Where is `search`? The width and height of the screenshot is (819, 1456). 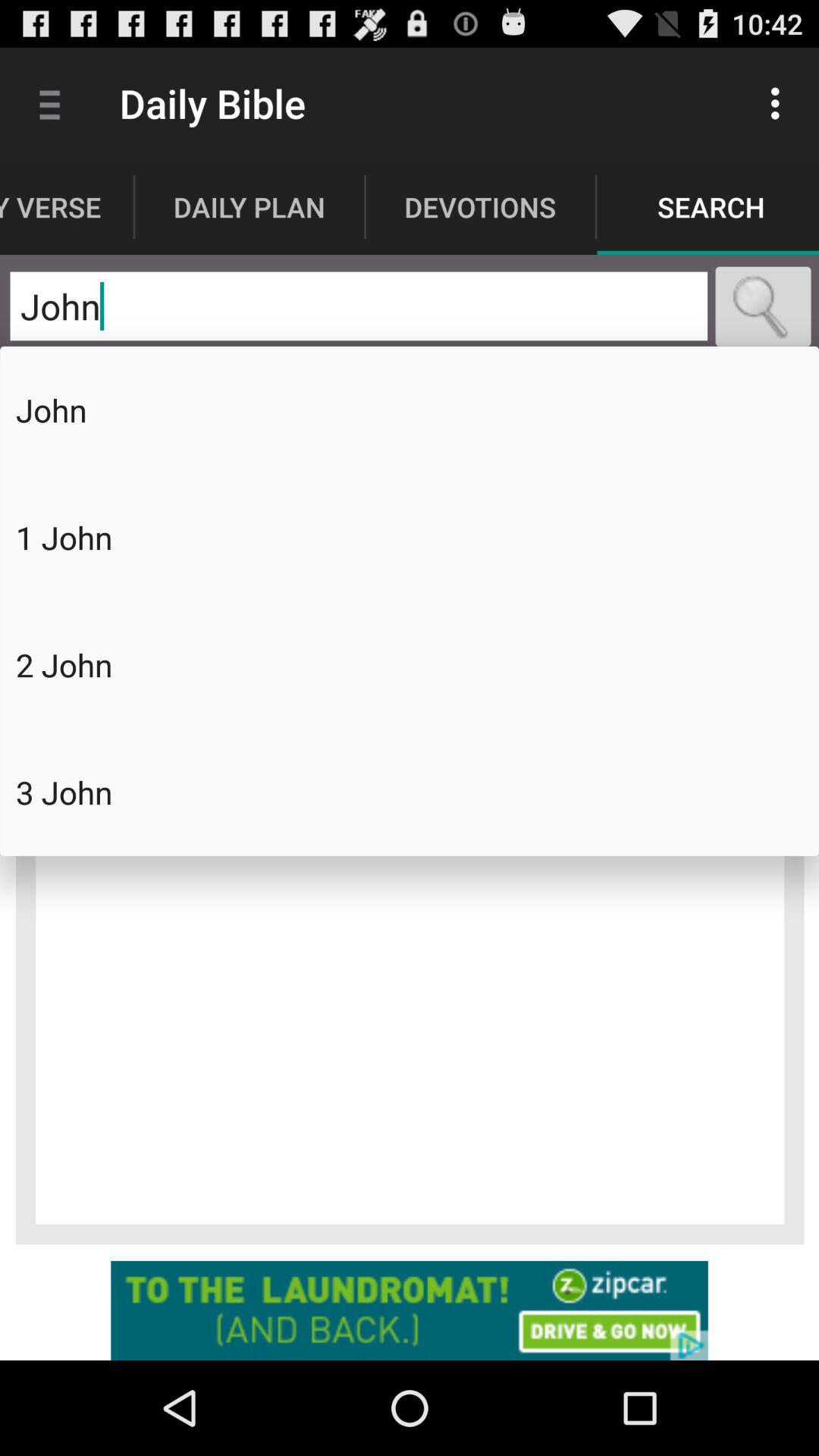 search is located at coordinates (763, 306).